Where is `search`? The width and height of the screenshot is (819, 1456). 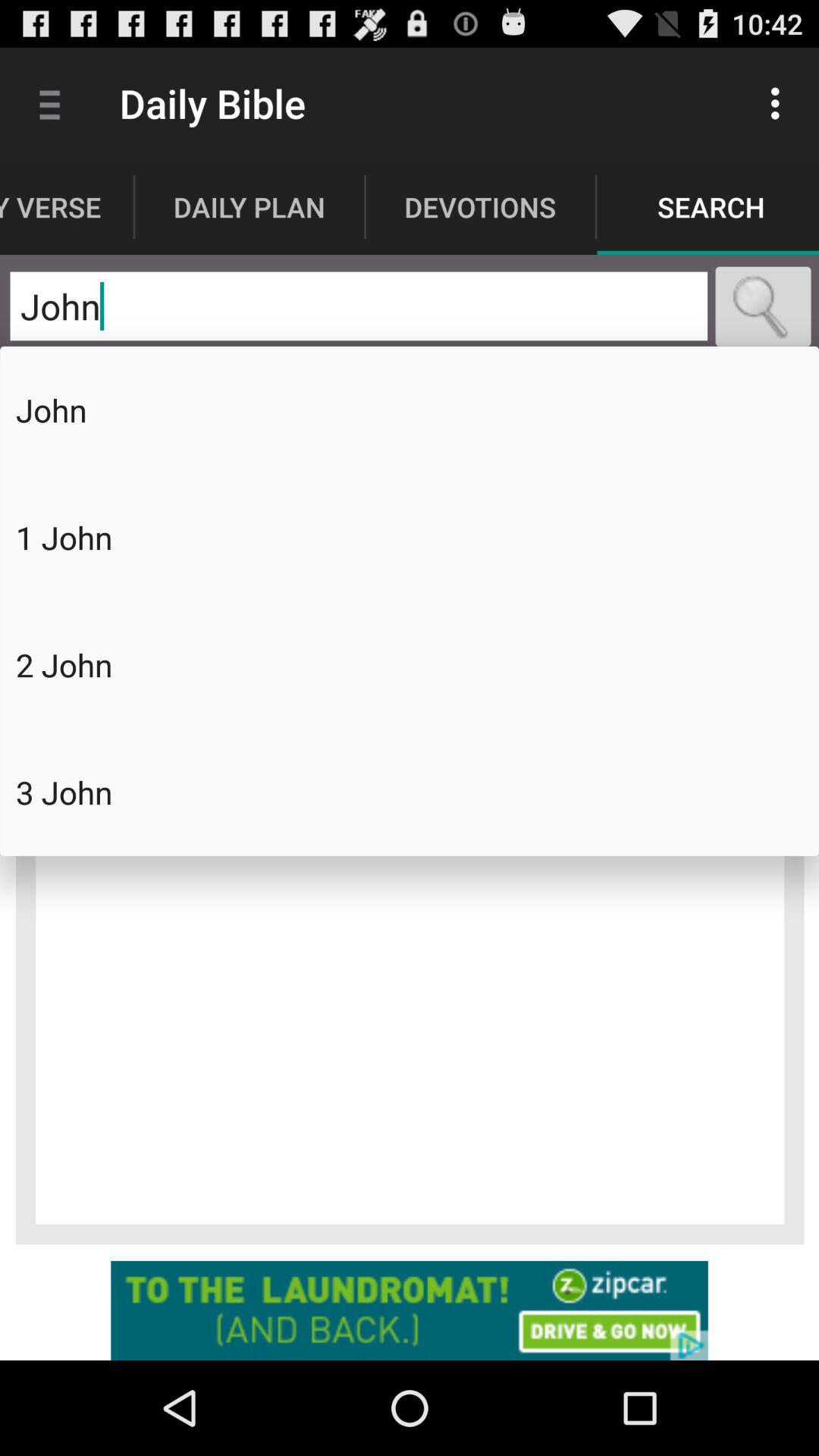 search is located at coordinates (763, 306).